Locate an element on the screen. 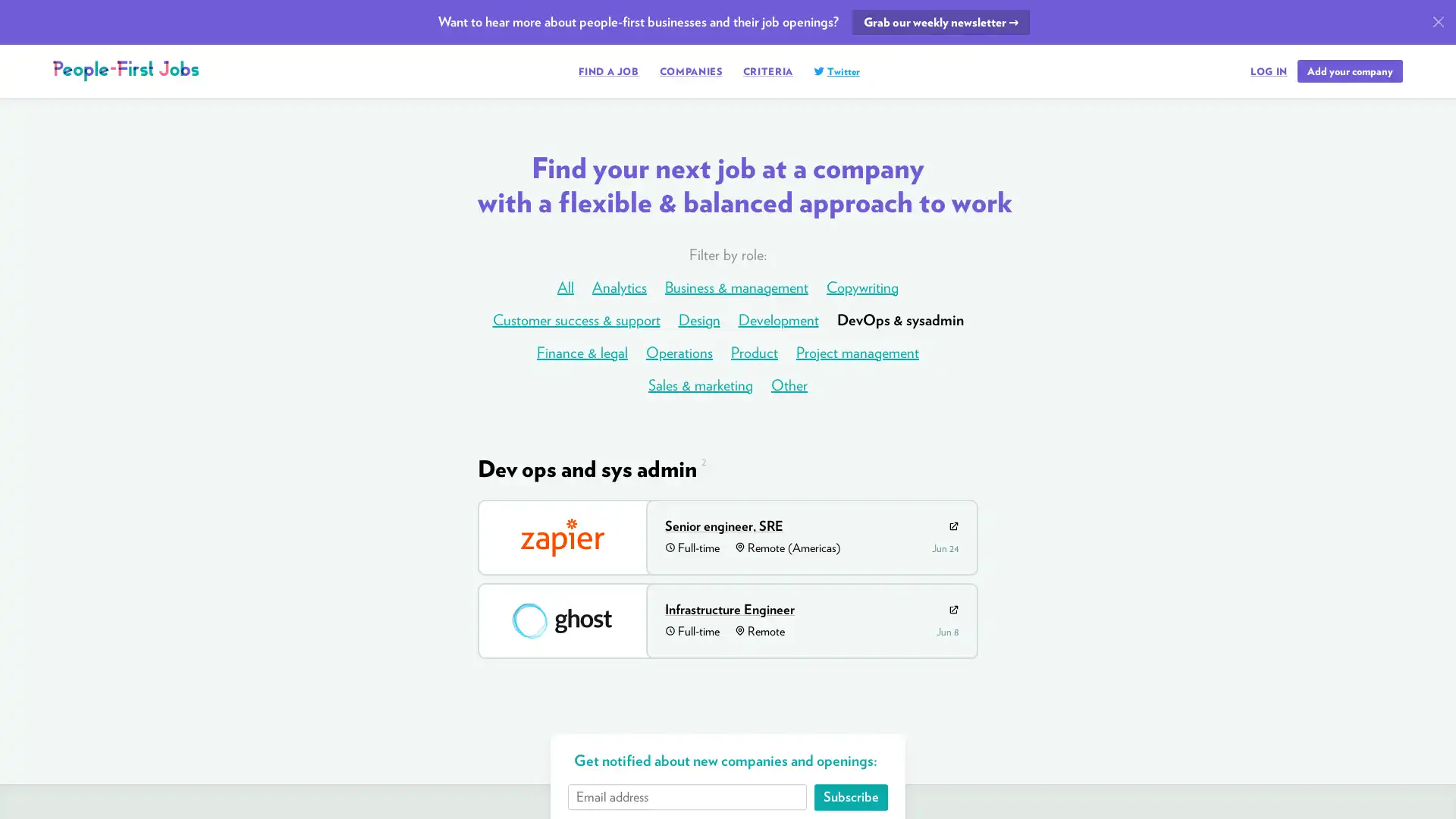 Image resolution: width=1456 pixels, height=819 pixels. Subscribe is located at coordinates (850, 795).